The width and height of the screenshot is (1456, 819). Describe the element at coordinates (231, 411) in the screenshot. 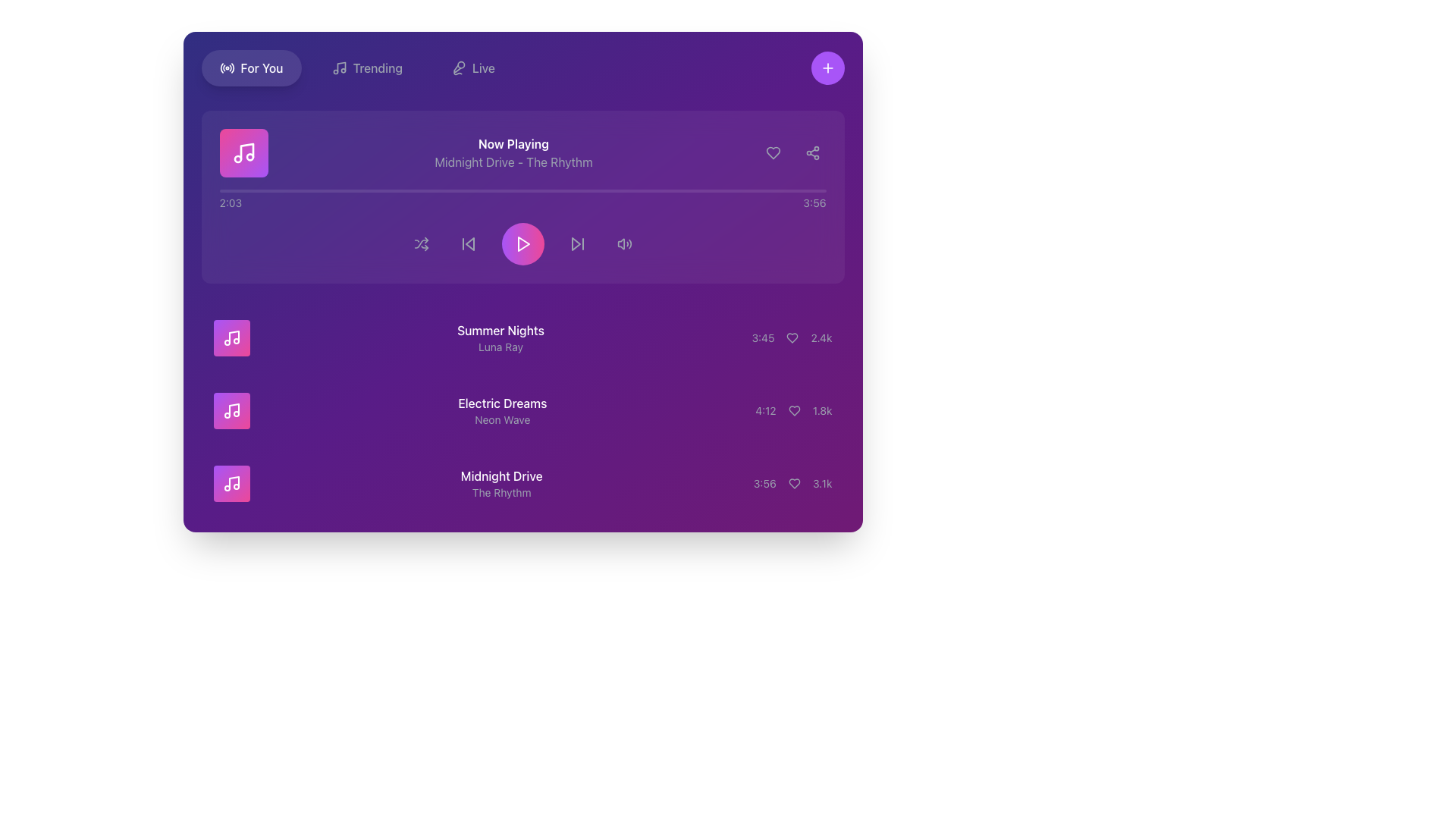

I see `the vibrant square icon with a gradient background and a white music note symbol, located to the left of the 'Electric Dreams' entry in the music track list interface` at that location.